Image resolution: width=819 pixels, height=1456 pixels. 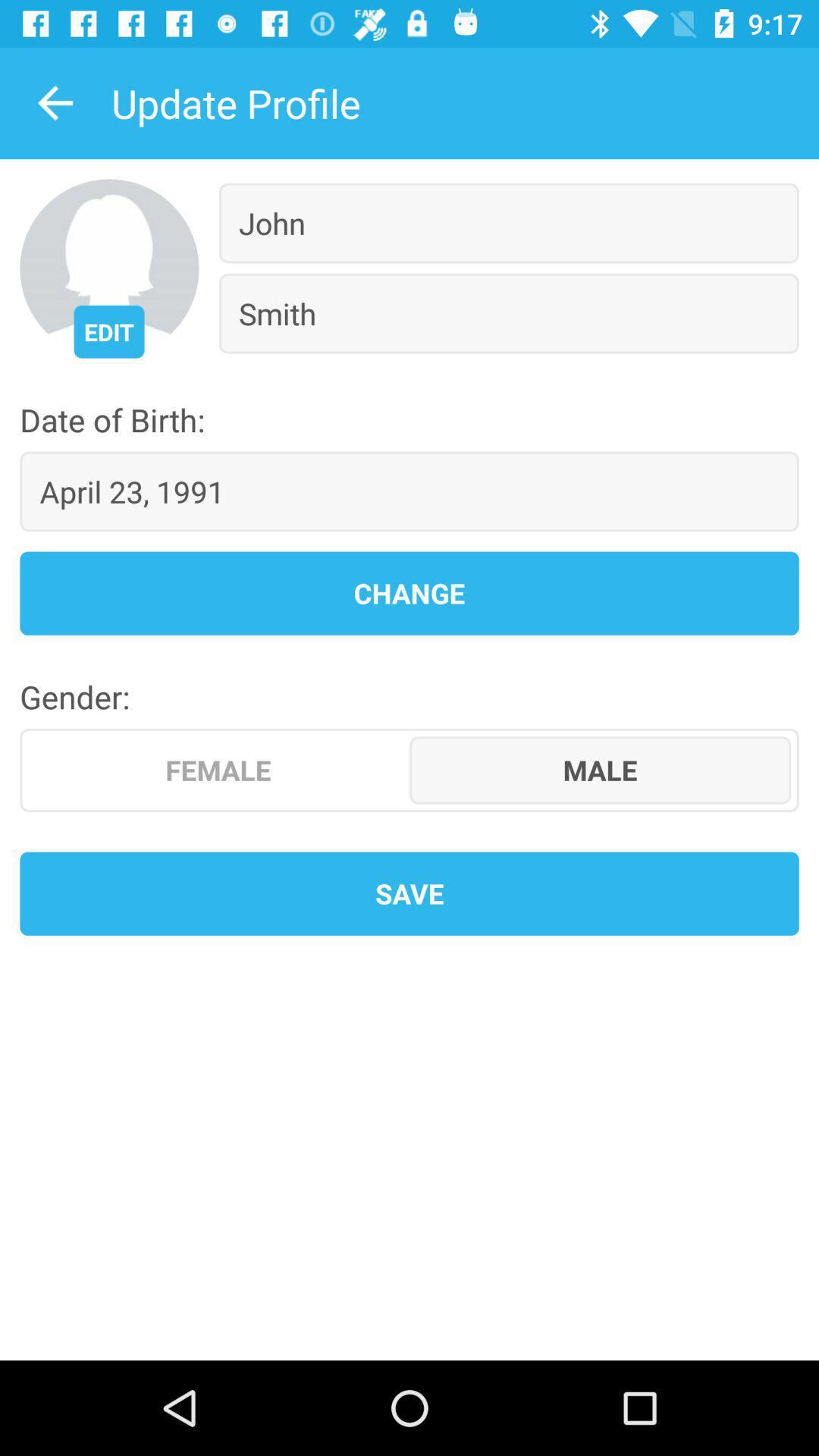 I want to click on the icon below the john item, so click(x=509, y=312).